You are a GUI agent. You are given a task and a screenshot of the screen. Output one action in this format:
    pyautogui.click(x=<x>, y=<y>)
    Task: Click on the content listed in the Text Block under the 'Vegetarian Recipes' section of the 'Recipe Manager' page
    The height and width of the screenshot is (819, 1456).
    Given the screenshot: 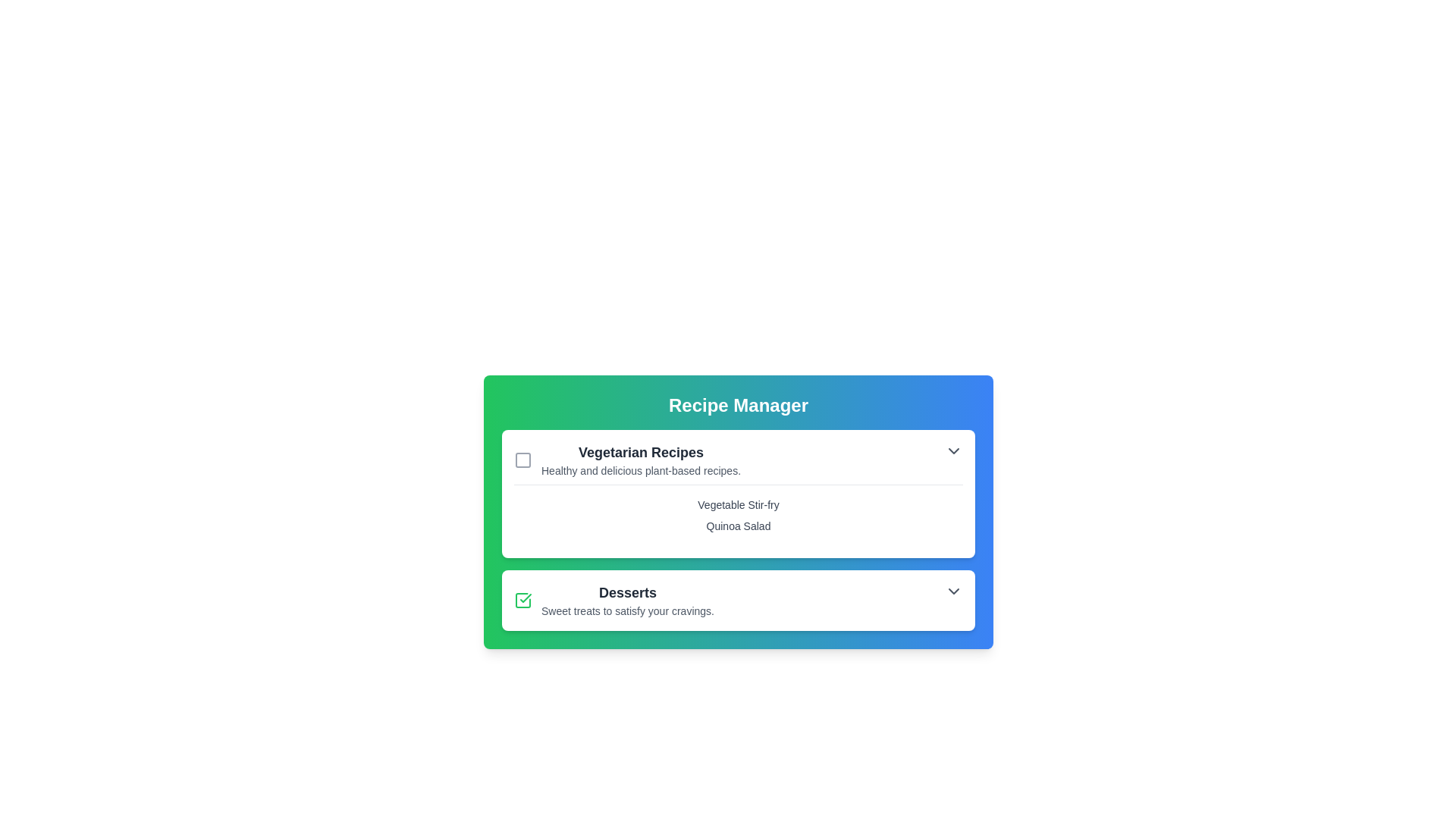 What is the action you would take?
    pyautogui.click(x=739, y=529)
    